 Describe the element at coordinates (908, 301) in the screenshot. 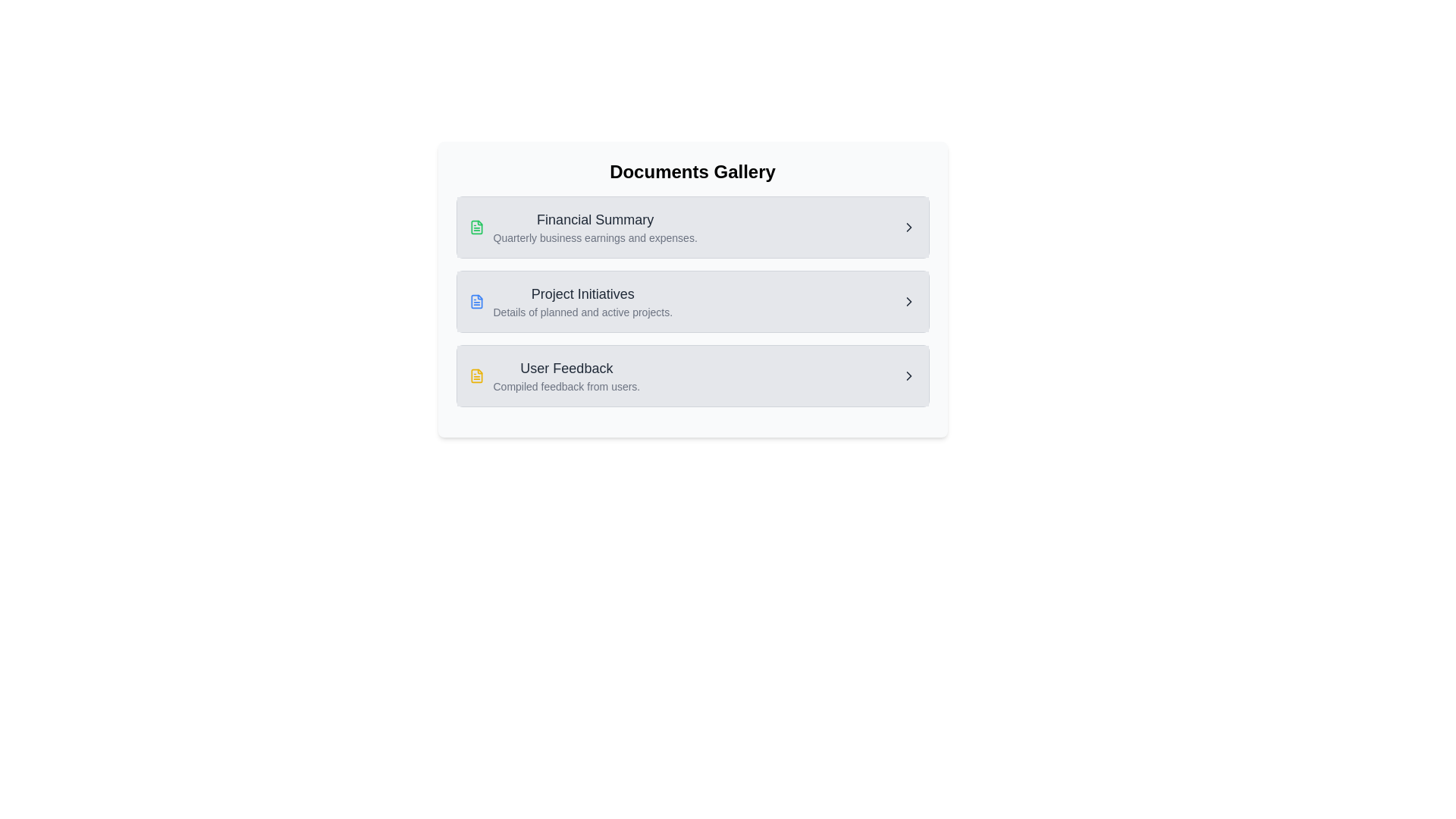

I see `the small right-pointing chevron icon located on the right side of the 'Project Initiatives' list entry` at that location.